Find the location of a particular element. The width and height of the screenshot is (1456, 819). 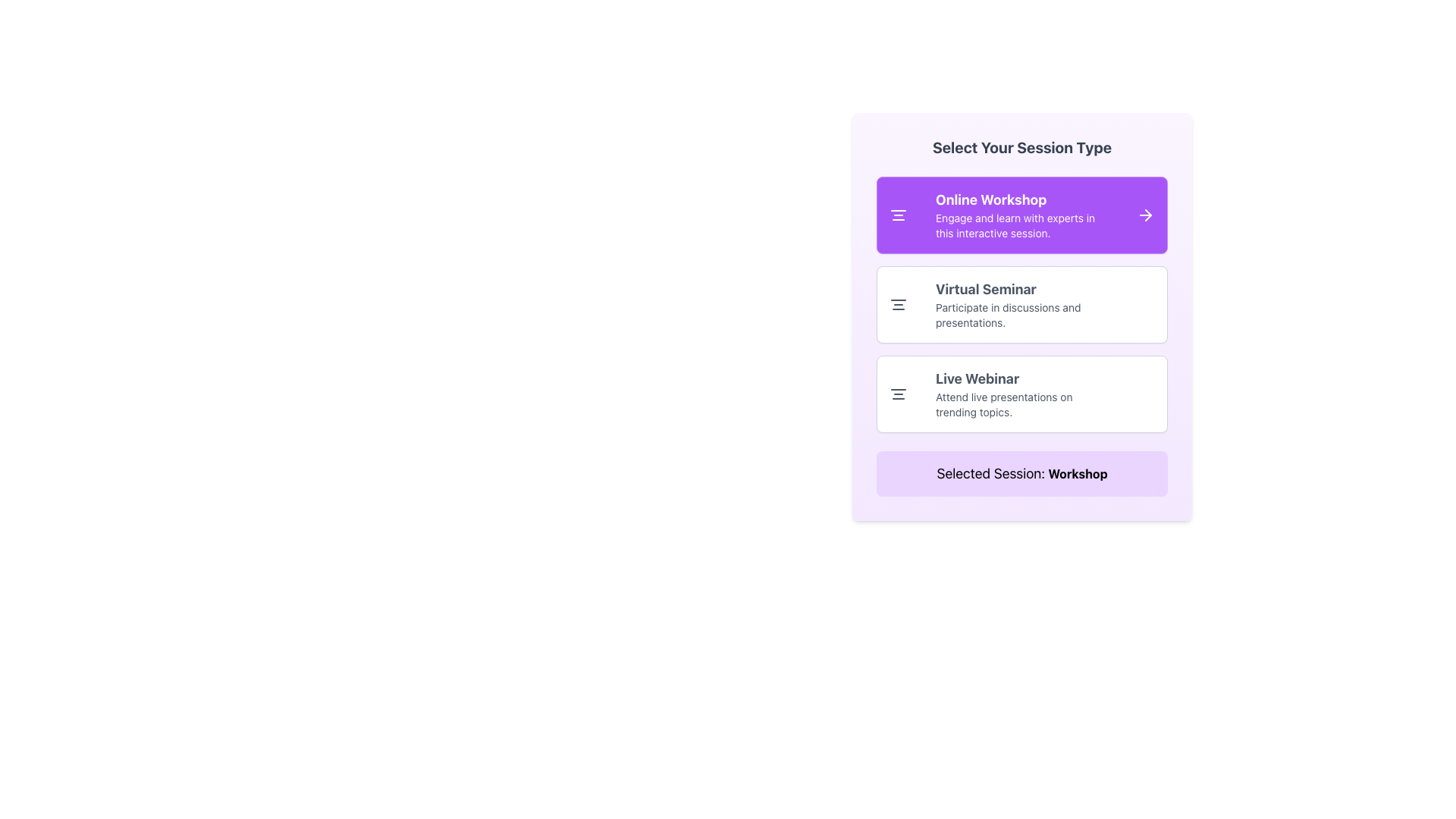

the Arrow icon located at the right edge of the box labeled 'Online Workshop', which indicates a forward action for more details or selection confirmation is located at coordinates (1146, 215).